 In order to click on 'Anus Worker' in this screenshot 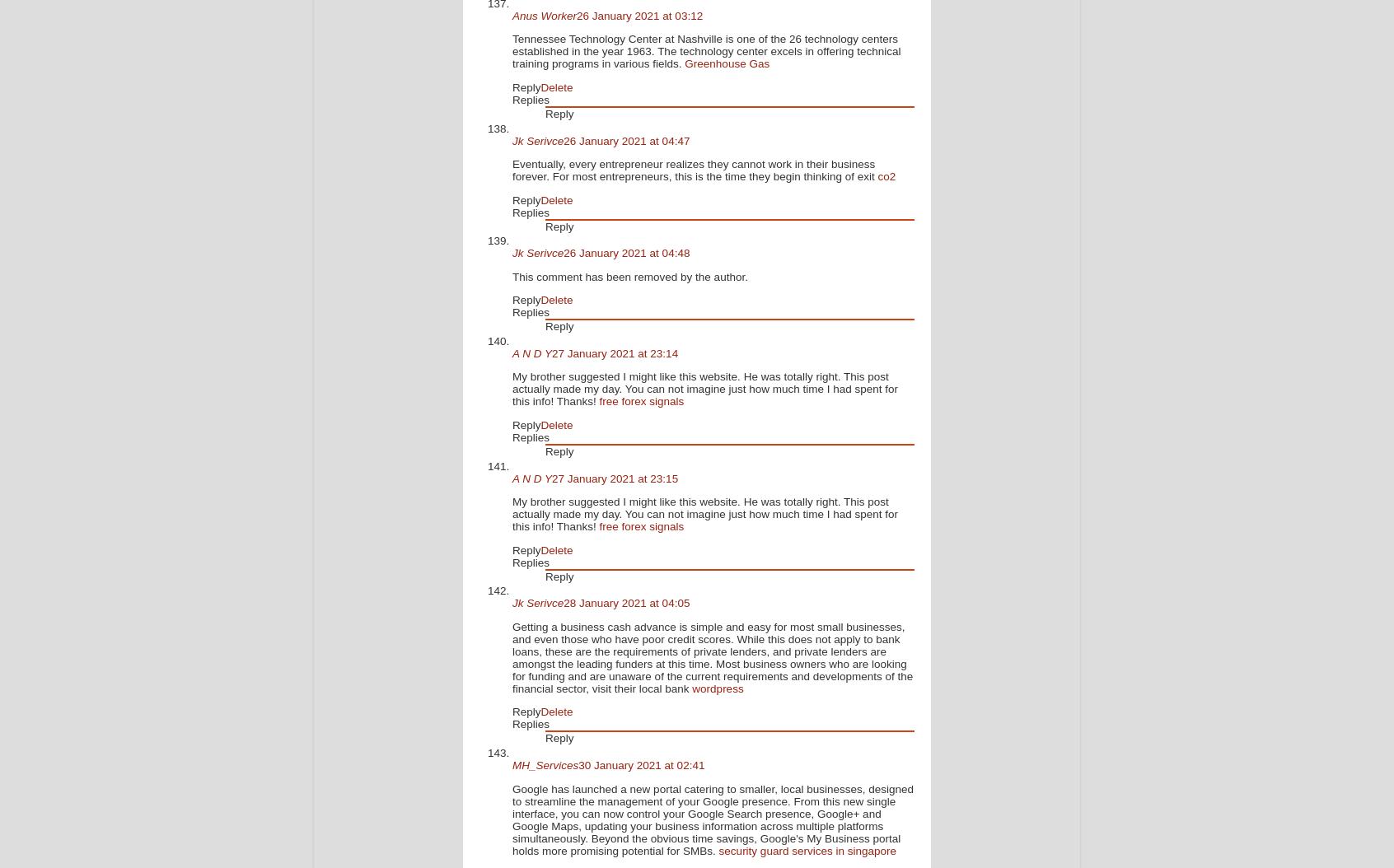, I will do `click(511, 15)`.